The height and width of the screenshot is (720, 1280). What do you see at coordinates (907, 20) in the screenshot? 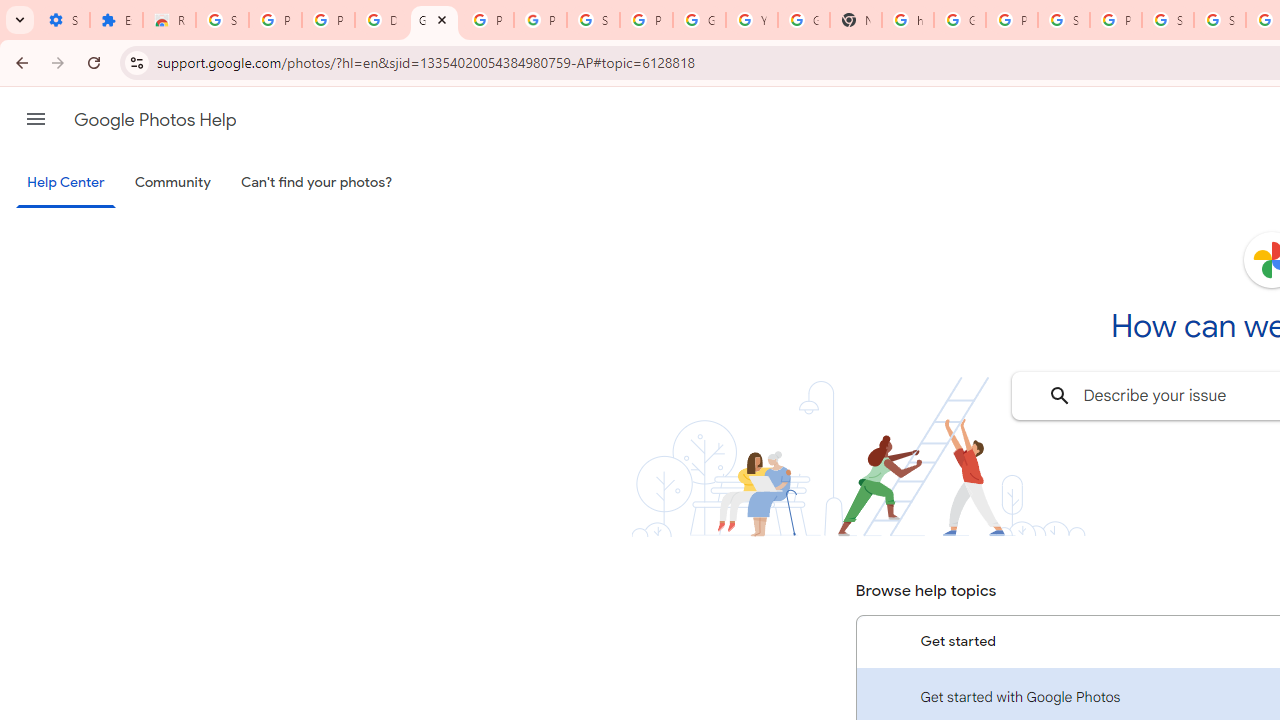
I see `'https://scholar.google.com/'` at bounding box center [907, 20].